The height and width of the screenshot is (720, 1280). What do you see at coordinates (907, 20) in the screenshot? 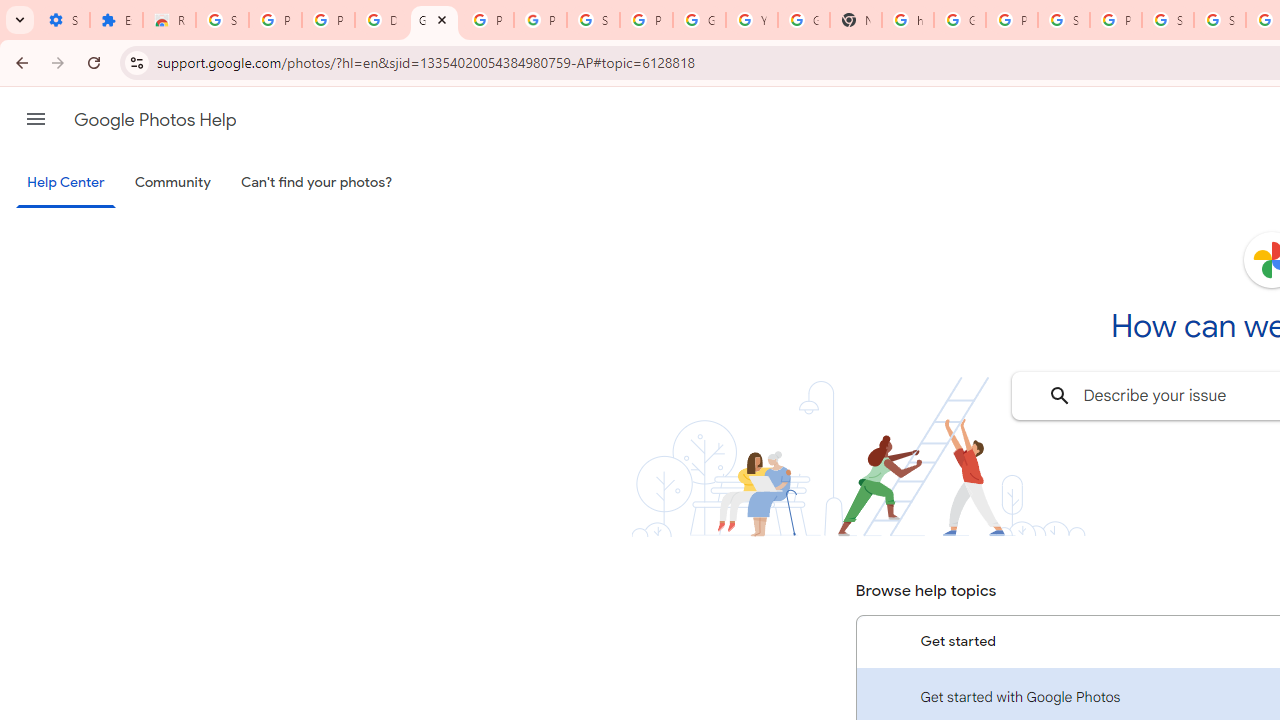
I see `'https://scholar.google.com/'` at bounding box center [907, 20].